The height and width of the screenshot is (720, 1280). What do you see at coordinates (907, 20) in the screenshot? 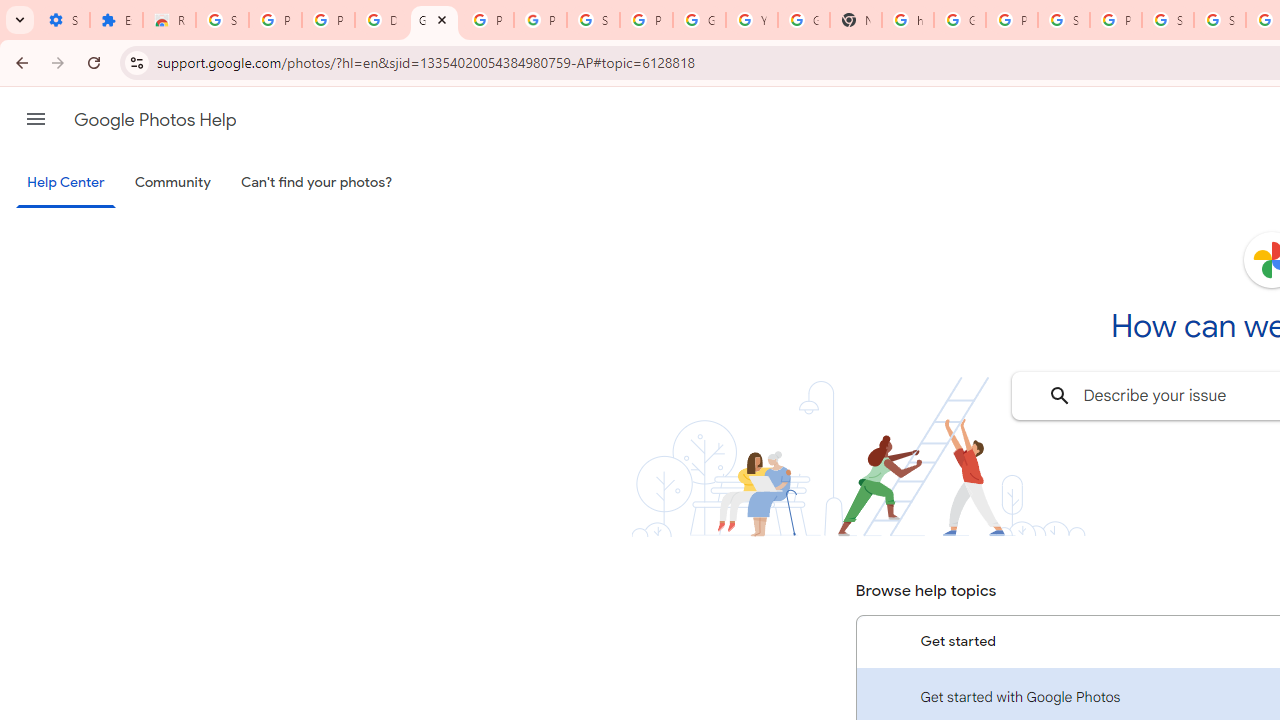
I see `'https://scholar.google.com/'` at bounding box center [907, 20].